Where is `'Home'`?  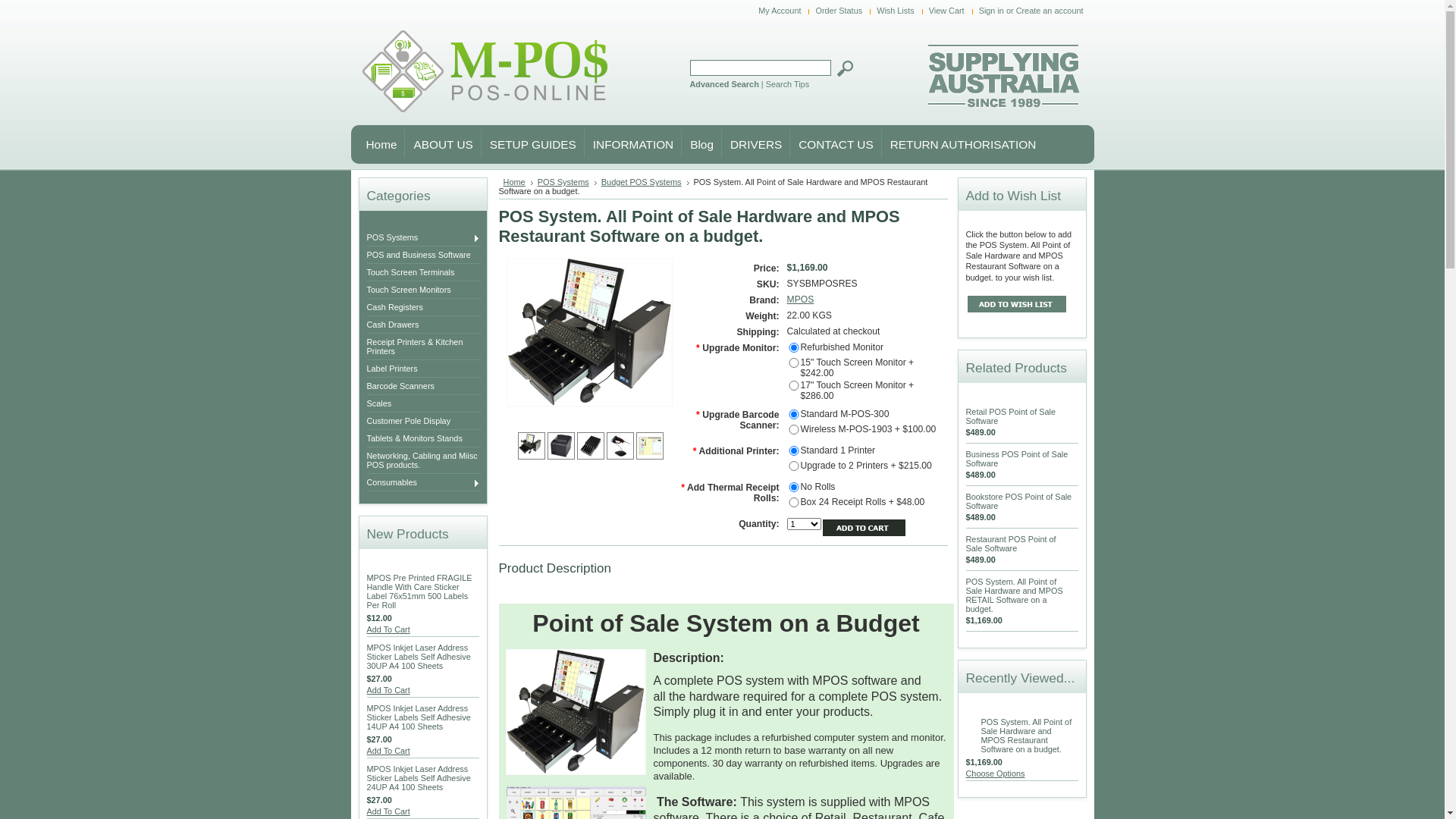
'Home' is located at coordinates (356, 143).